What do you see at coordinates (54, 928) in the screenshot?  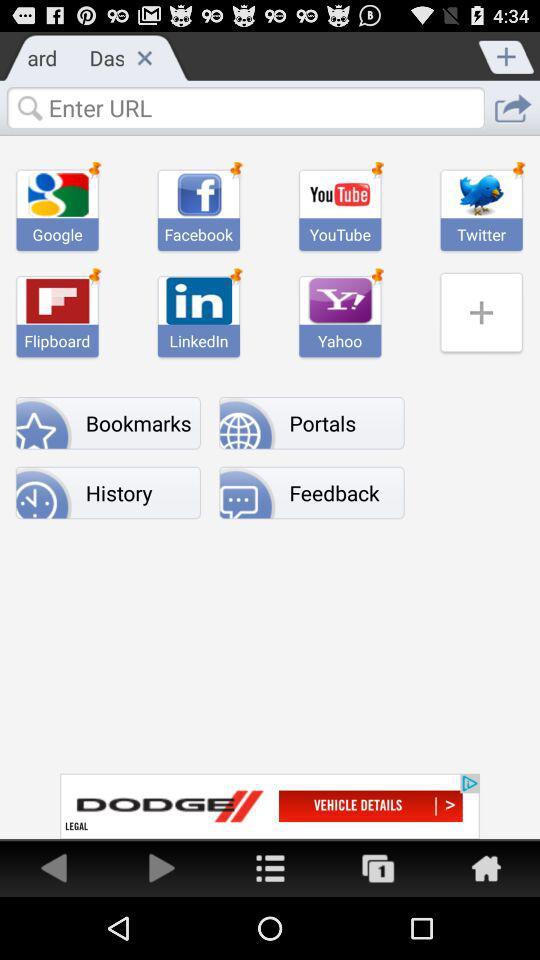 I see `the arrow_backward icon` at bounding box center [54, 928].